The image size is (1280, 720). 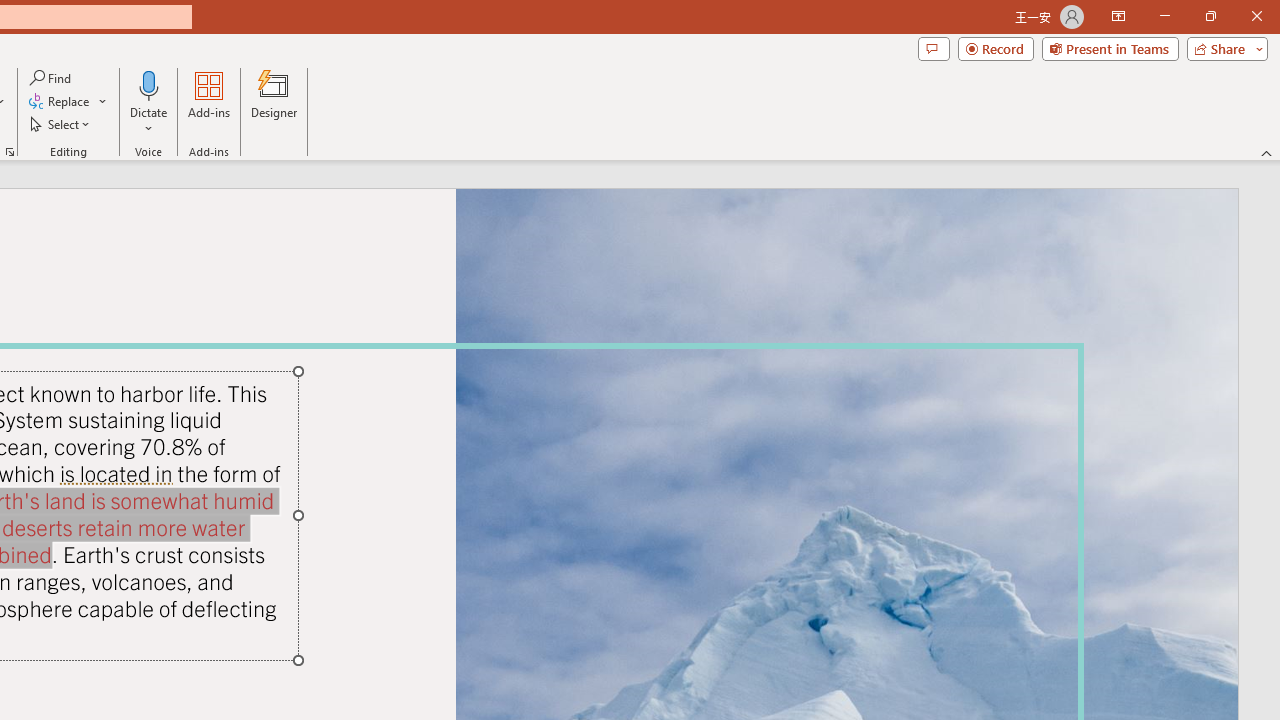 I want to click on 'Find...', so click(x=51, y=77).